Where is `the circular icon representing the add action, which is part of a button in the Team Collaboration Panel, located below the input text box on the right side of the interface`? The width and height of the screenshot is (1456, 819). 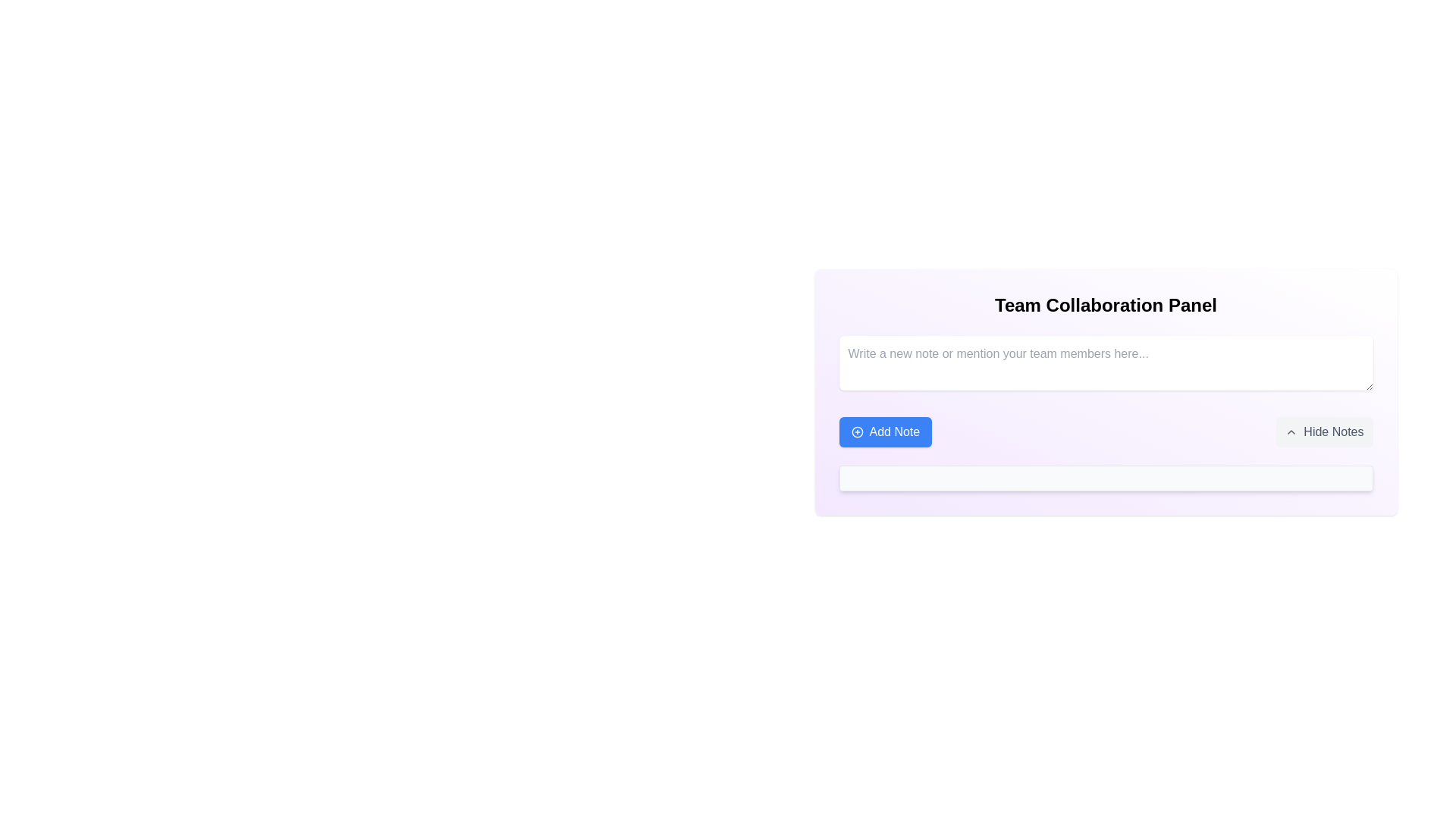
the circular icon representing the add action, which is part of a button in the Team Collaboration Panel, located below the input text box on the right side of the interface is located at coordinates (857, 432).